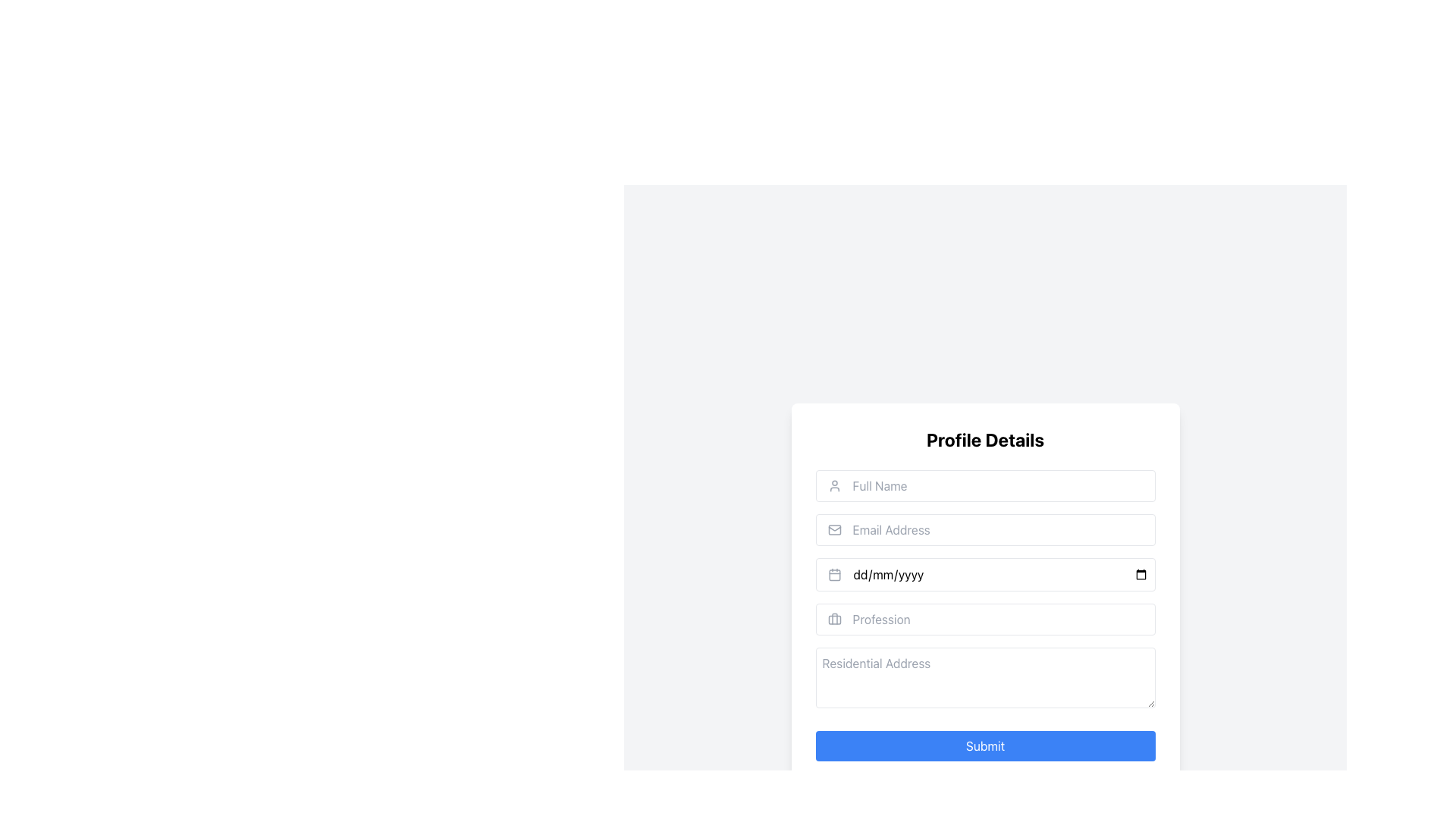 The width and height of the screenshot is (1456, 819). Describe the element at coordinates (985, 439) in the screenshot. I see `the text element displaying 'Profile Details', which is a bold 2xl header centered at the top of a white card layout` at that location.